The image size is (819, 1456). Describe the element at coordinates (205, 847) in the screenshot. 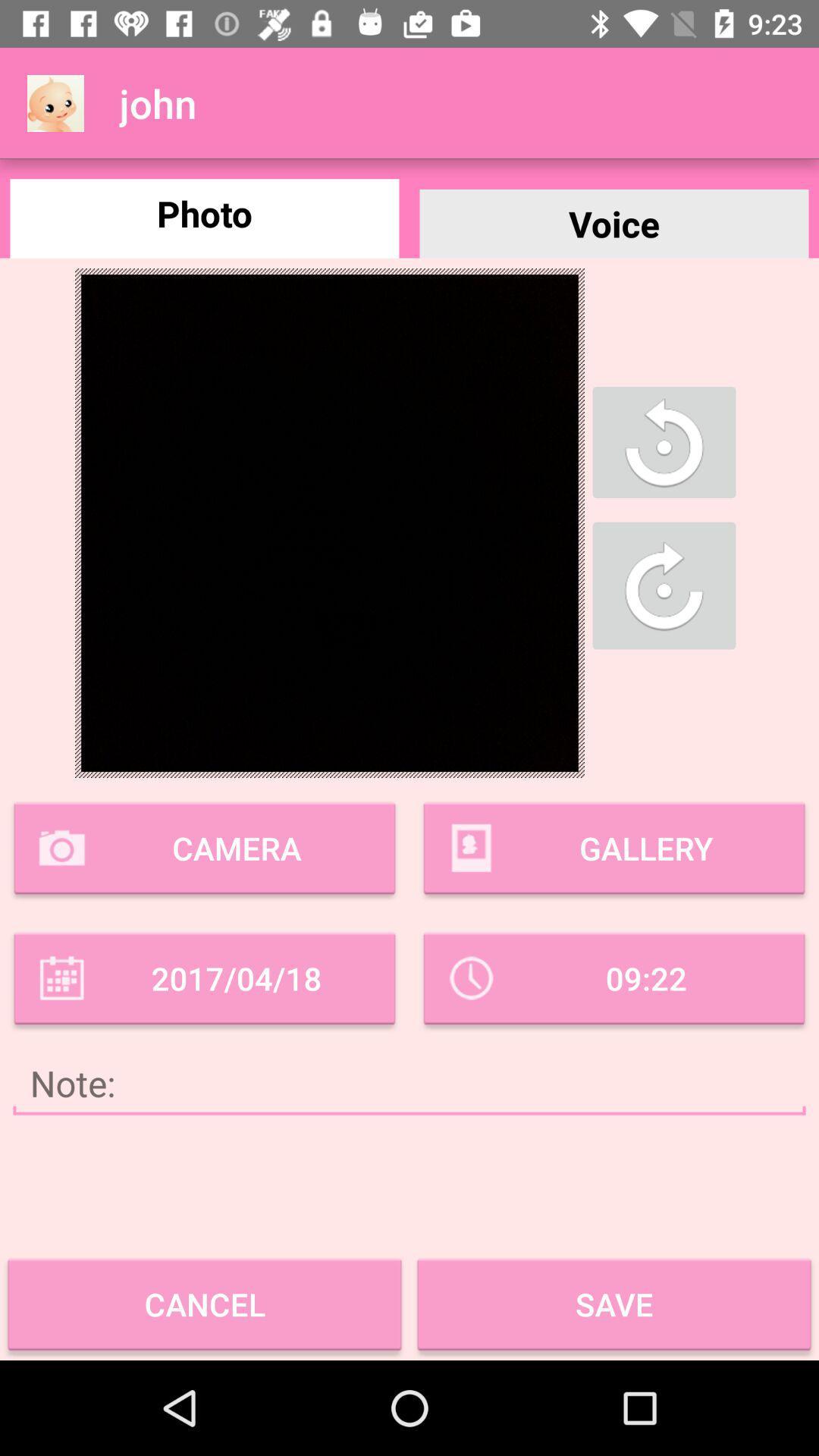

I see `camera` at that location.